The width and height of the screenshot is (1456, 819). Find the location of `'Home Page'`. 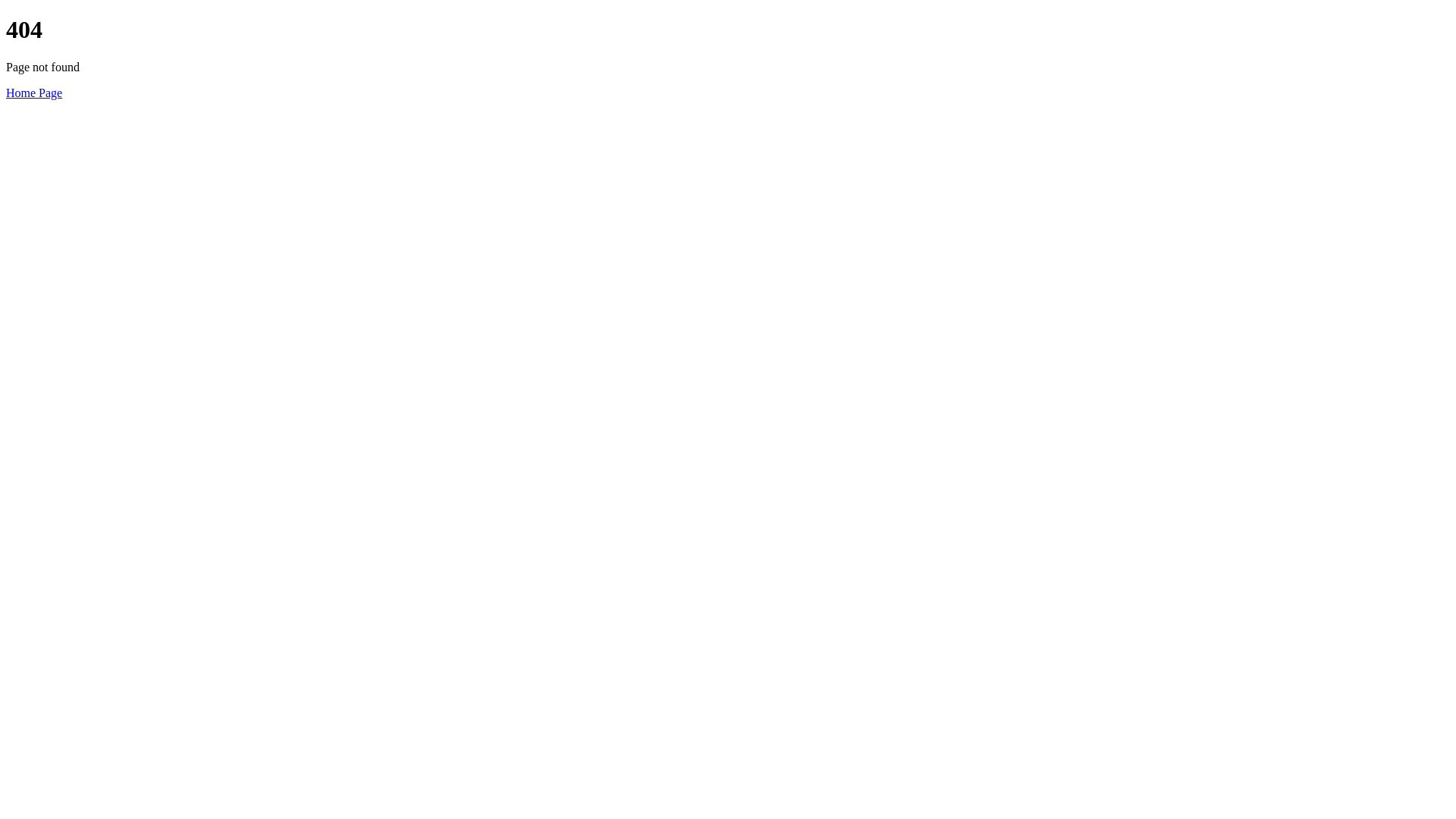

'Home Page' is located at coordinates (6, 93).